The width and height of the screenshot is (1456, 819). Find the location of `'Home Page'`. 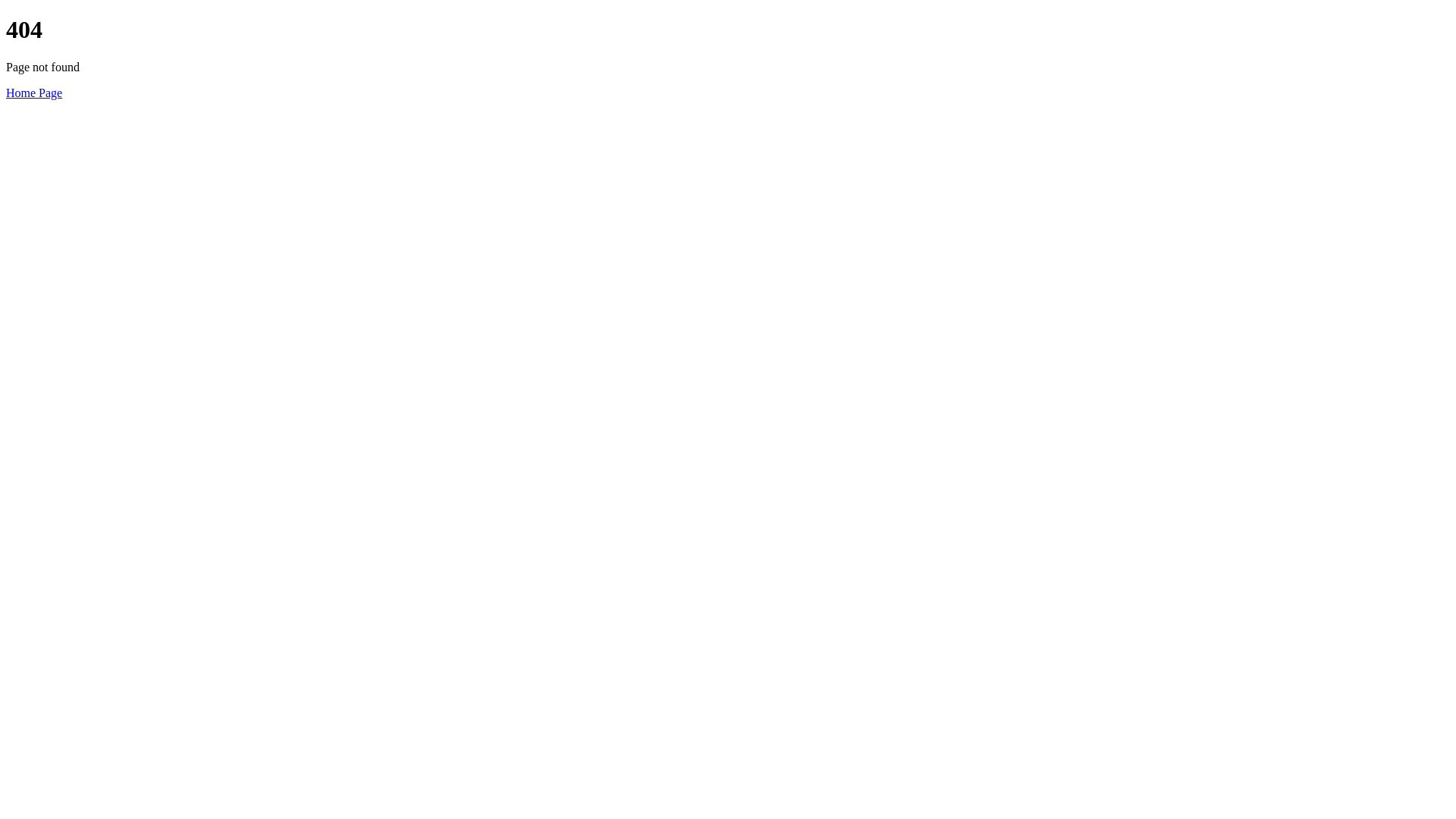

'Home Page' is located at coordinates (6, 93).